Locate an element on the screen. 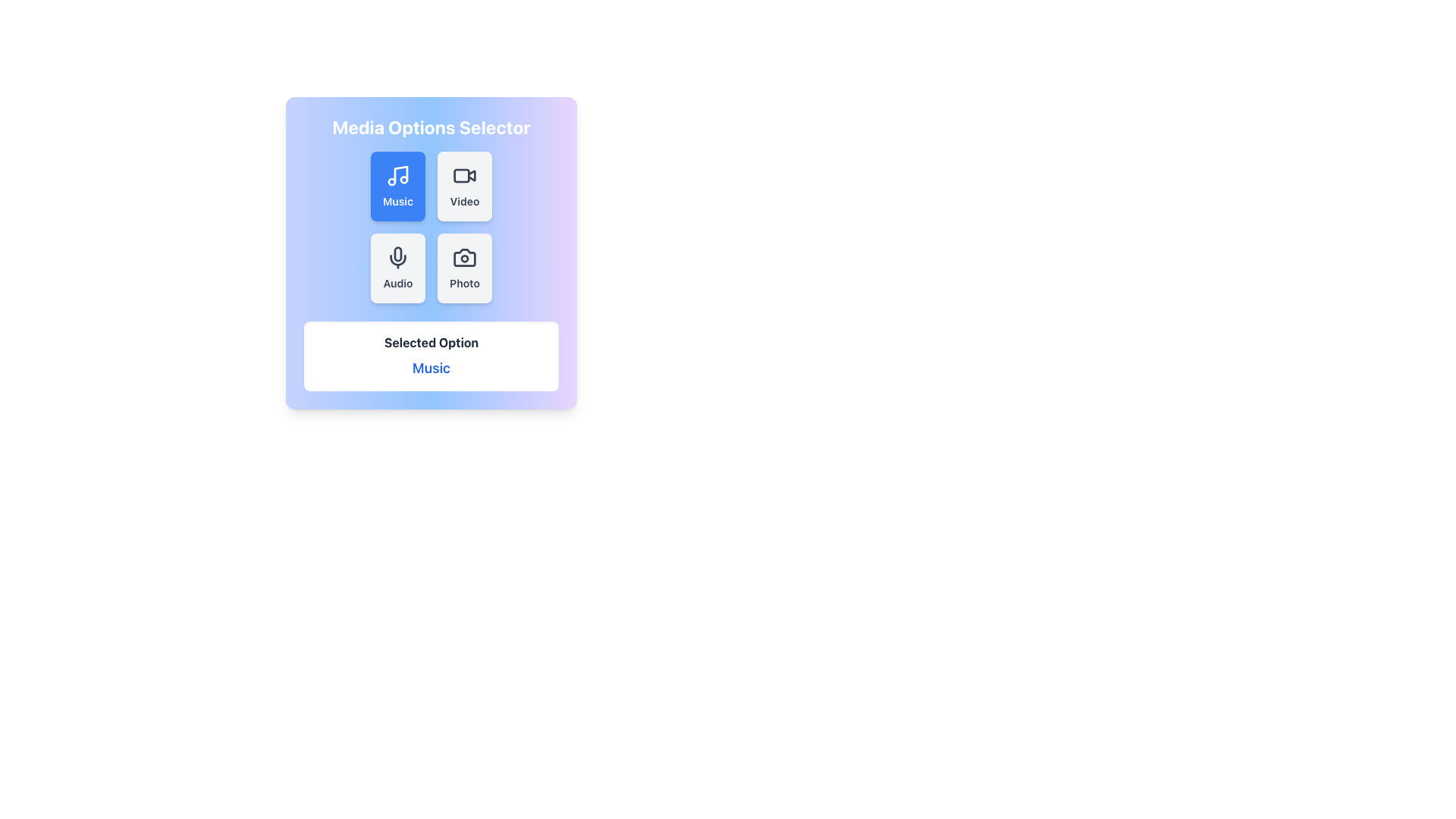 The image size is (1456, 819). the 'Photo' button in the media options selector interface is located at coordinates (464, 268).